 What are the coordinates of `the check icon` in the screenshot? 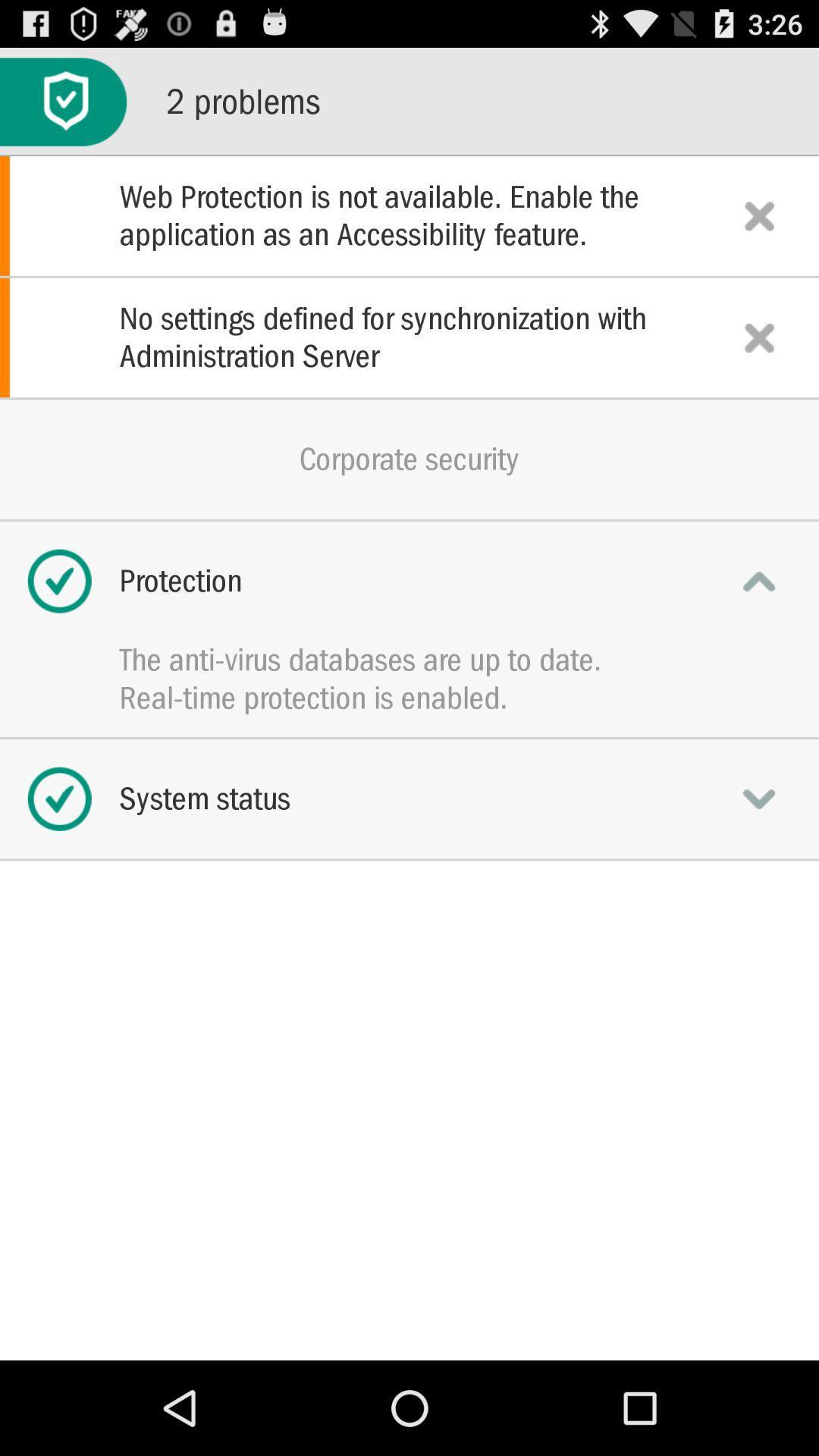 It's located at (62, 108).